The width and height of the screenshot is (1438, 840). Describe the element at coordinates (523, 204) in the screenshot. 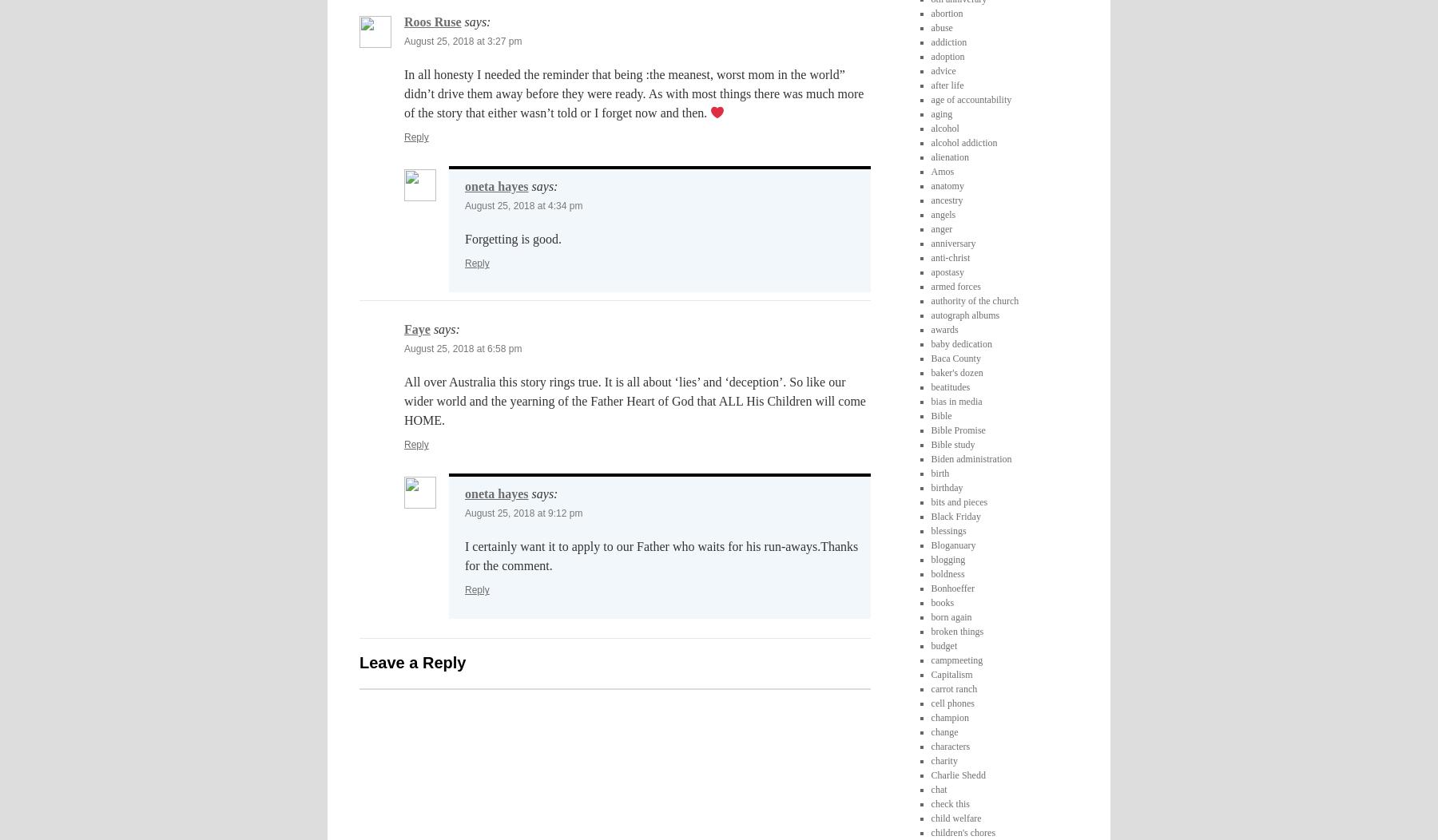

I see `'August 25, 2018 at 4:34 pm'` at that location.